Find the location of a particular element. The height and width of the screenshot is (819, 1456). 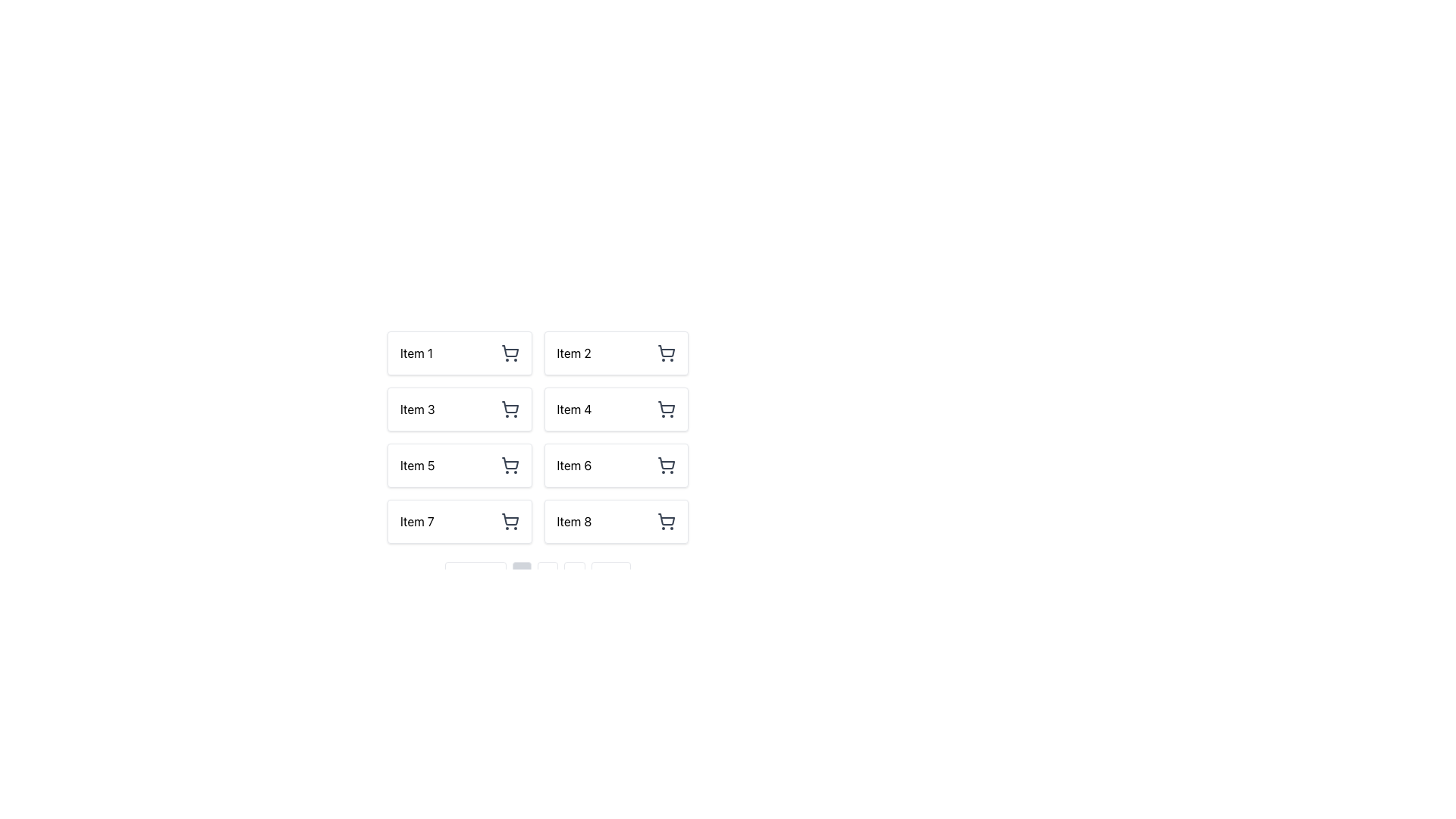

the Grid component is located at coordinates (538, 438).